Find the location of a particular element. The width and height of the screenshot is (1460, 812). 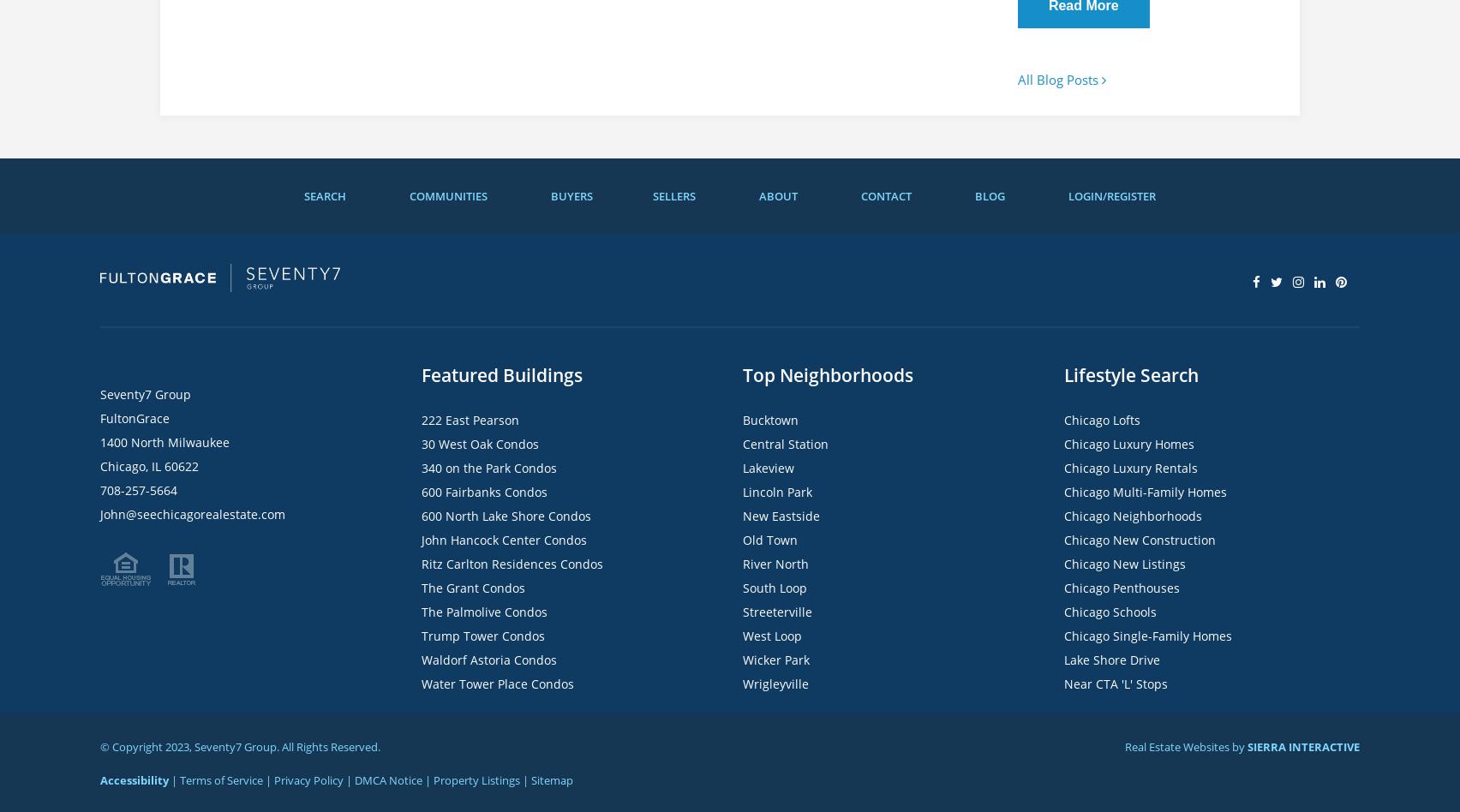

'Sitemap' is located at coordinates (530, 778).